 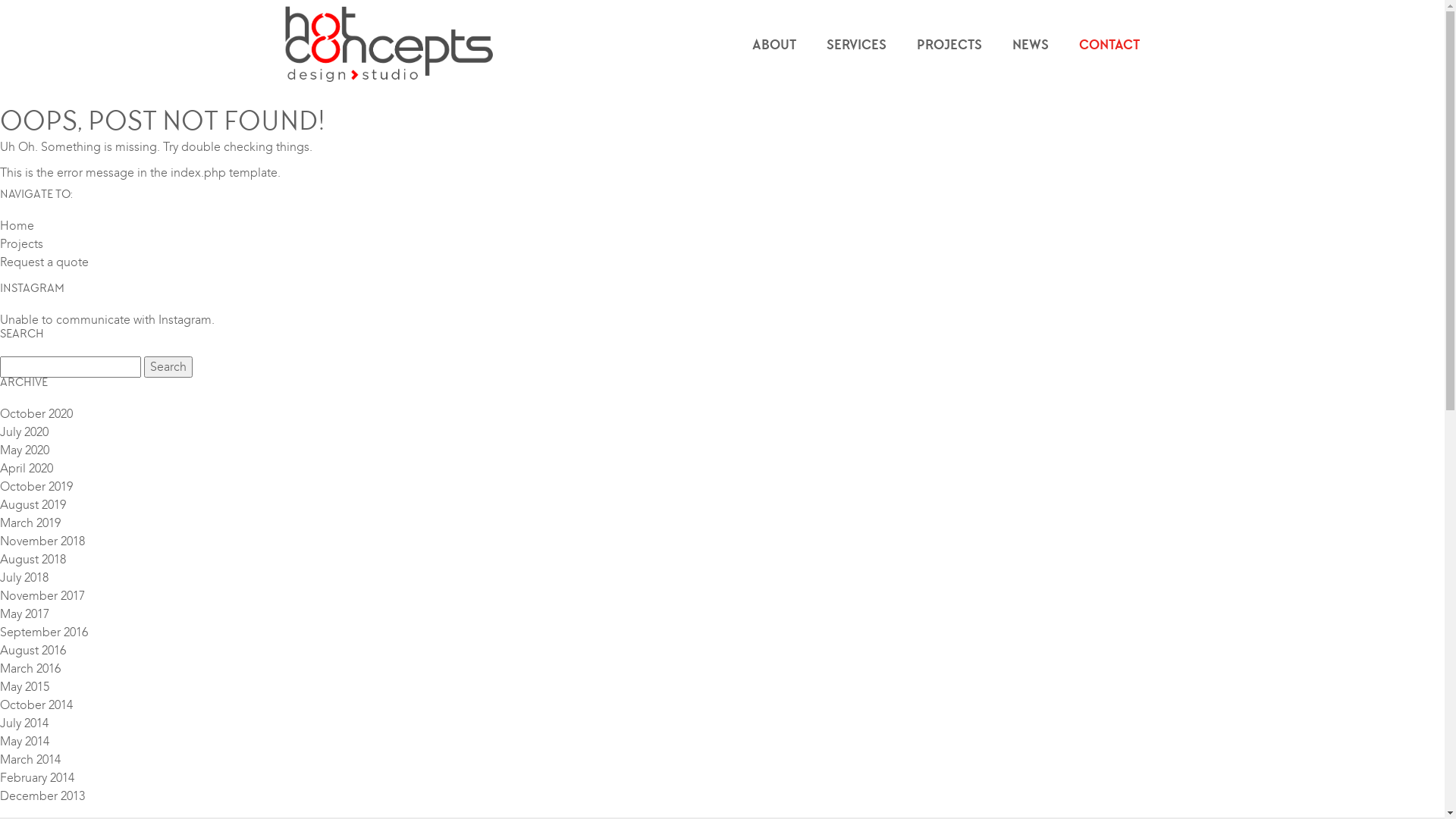 I want to click on 'March 2014', so click(x=30, y=760).